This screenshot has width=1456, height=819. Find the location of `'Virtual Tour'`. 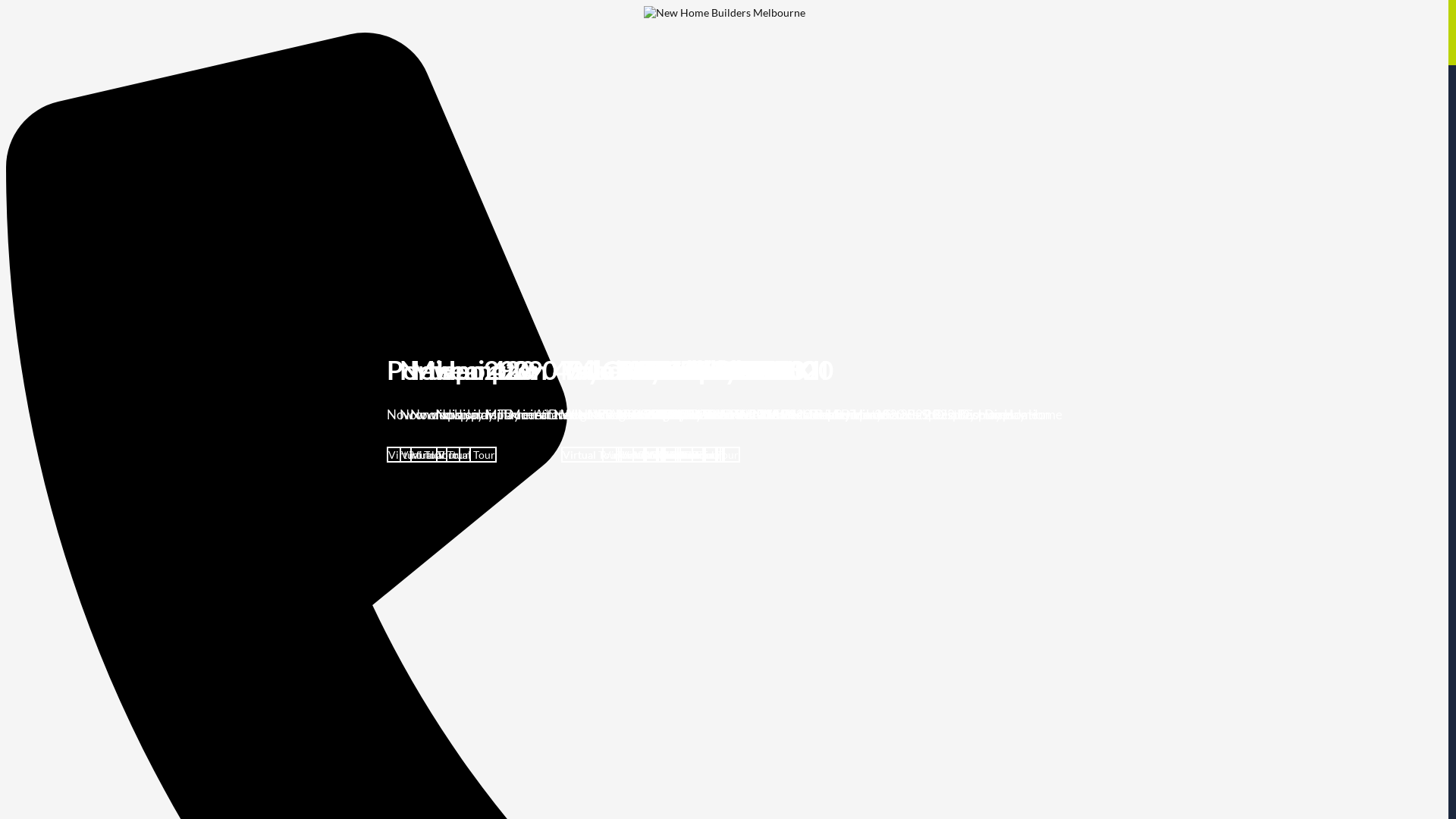

'Virtual Tour' is located at coordinates (645, 453).